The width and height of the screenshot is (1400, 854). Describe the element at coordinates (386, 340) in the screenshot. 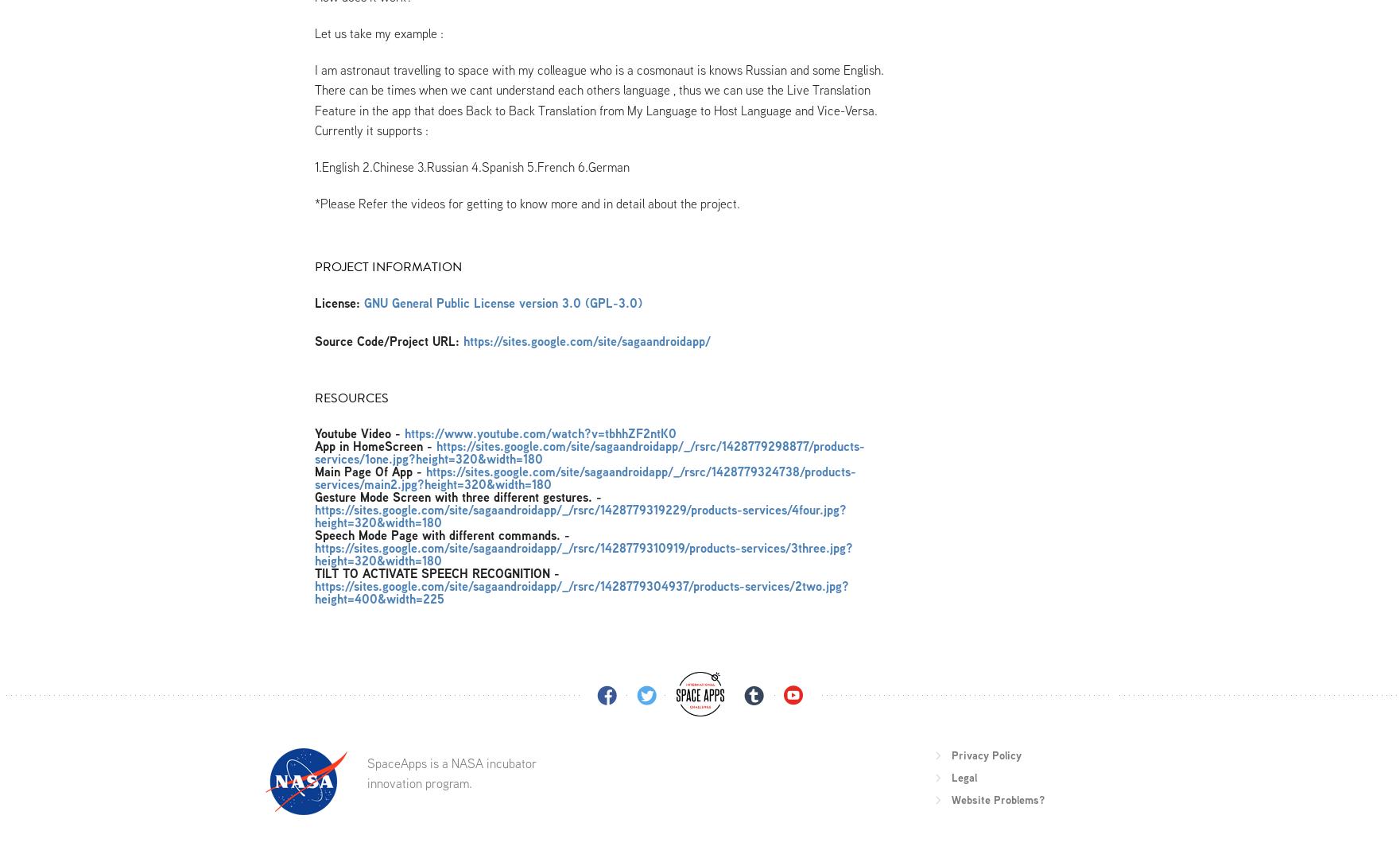

I see `'Source Code/Project URL:'` at that location.